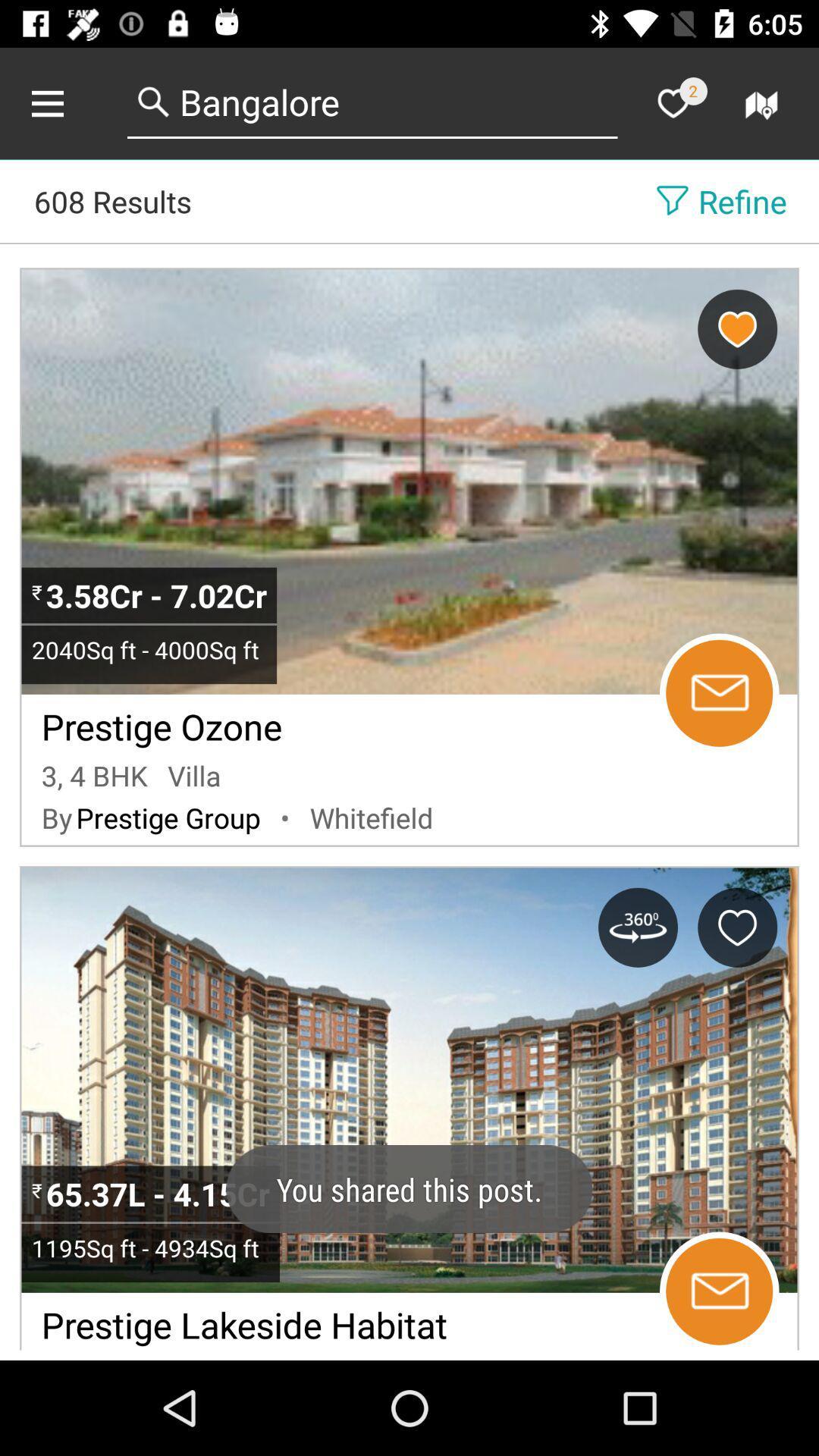 The width and height of the screenshot is (819, 1456). Describe the element at coordinates (161, 1193) in the screenshot. I see `the 65 37l 4 item` at that location.